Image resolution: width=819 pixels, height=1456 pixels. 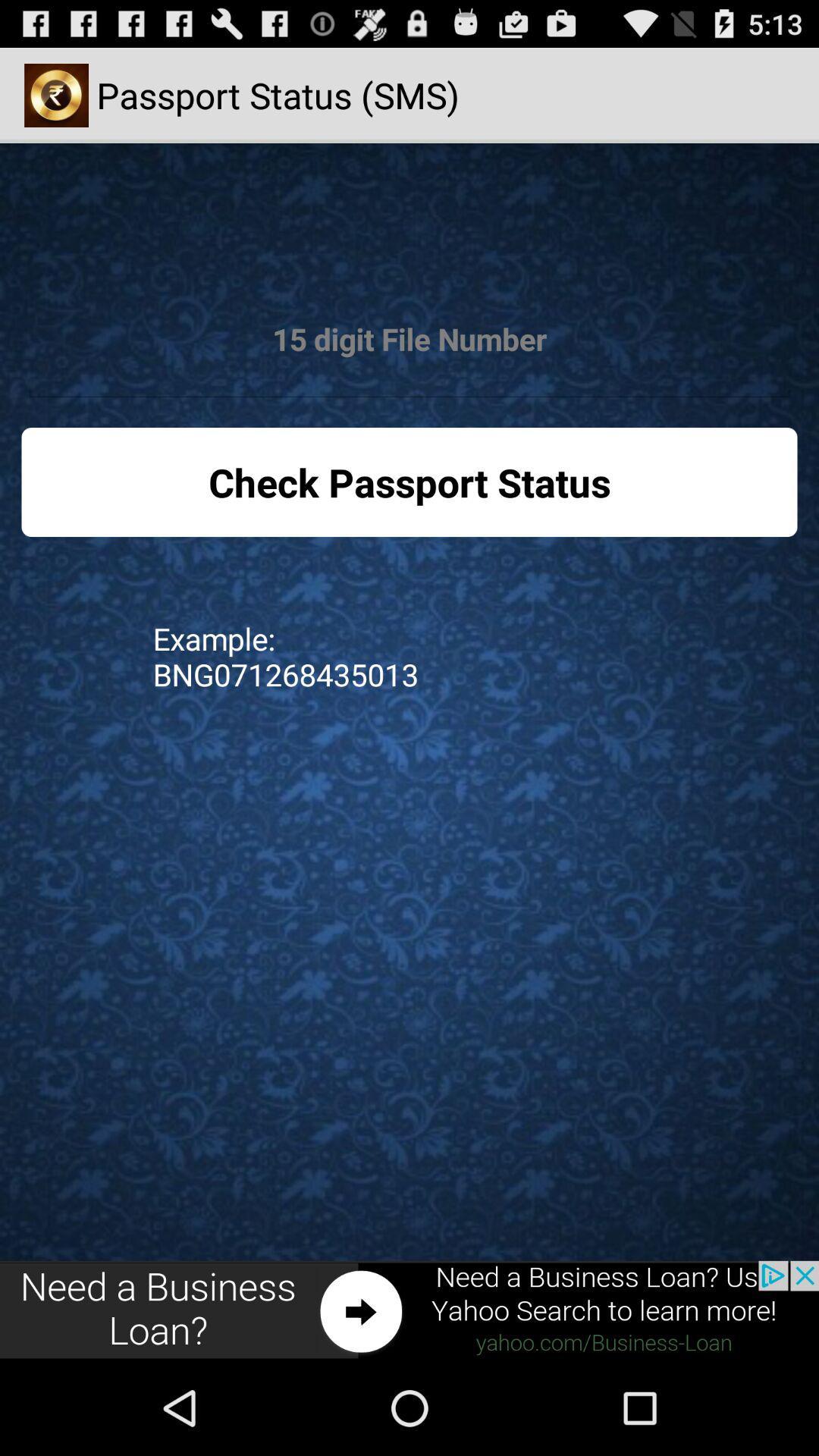 What do you see at coordinates (409, 339) in the screenshot?
I see `my file number` at bounding box center [409, 339].